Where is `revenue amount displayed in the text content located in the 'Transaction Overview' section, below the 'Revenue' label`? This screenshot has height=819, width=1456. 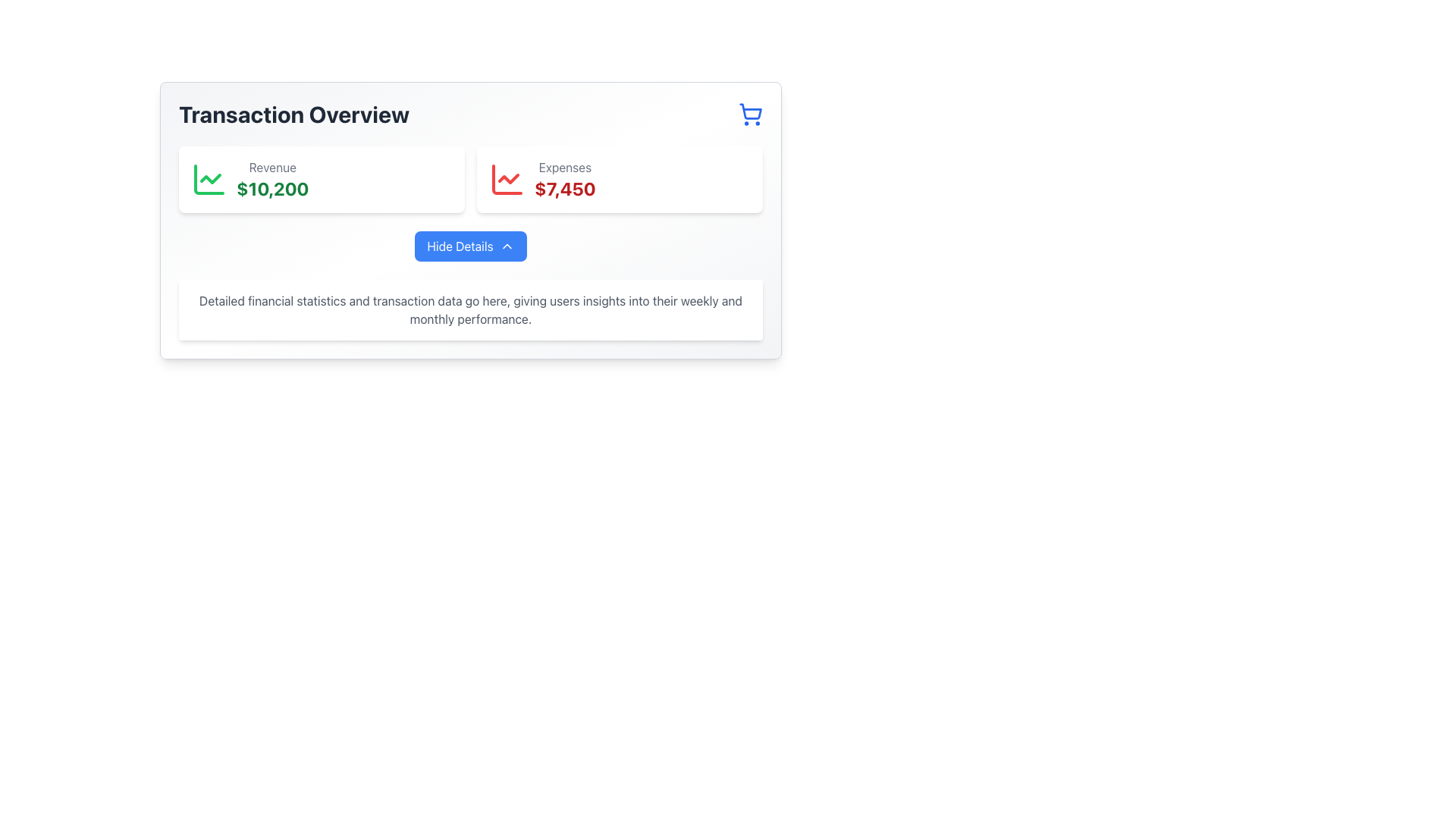 revenue amount displayed in the text content located in the 'Transaction Overview' section, below the 'Revenue' label is located at coordinates (272, 188).